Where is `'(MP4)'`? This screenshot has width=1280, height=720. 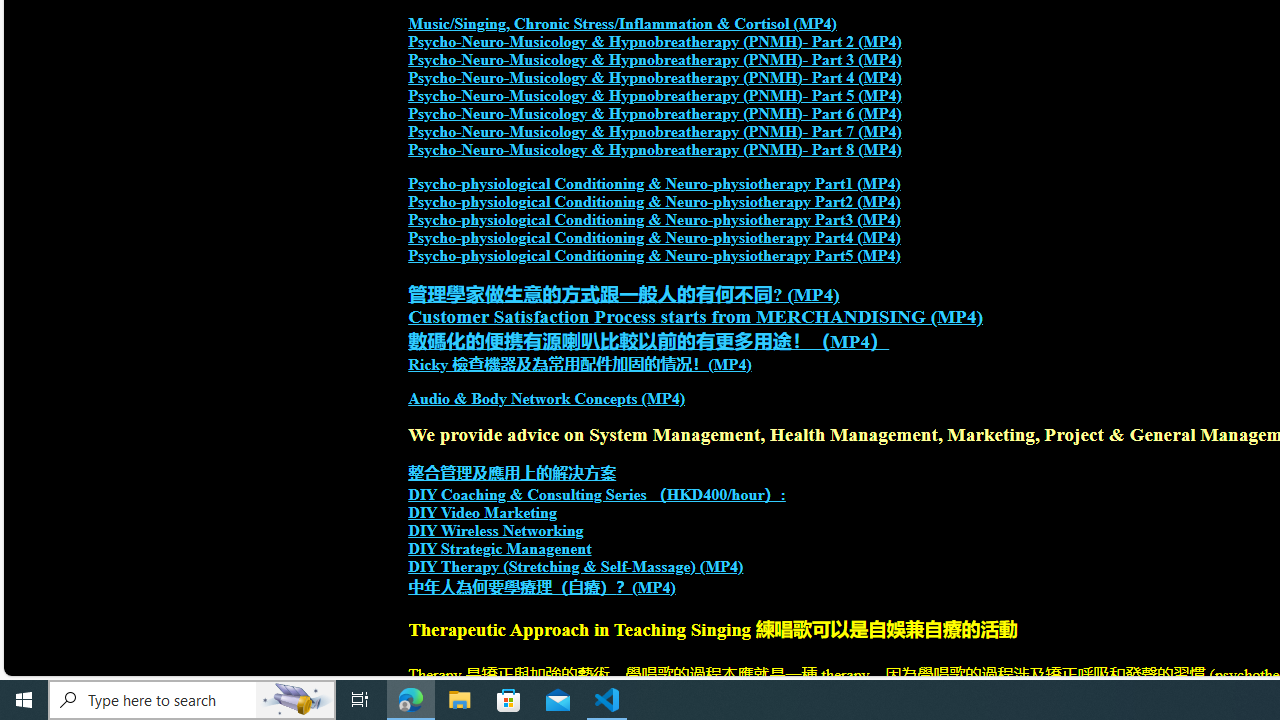
'(MP4)' is located at coordinates (654, 586).